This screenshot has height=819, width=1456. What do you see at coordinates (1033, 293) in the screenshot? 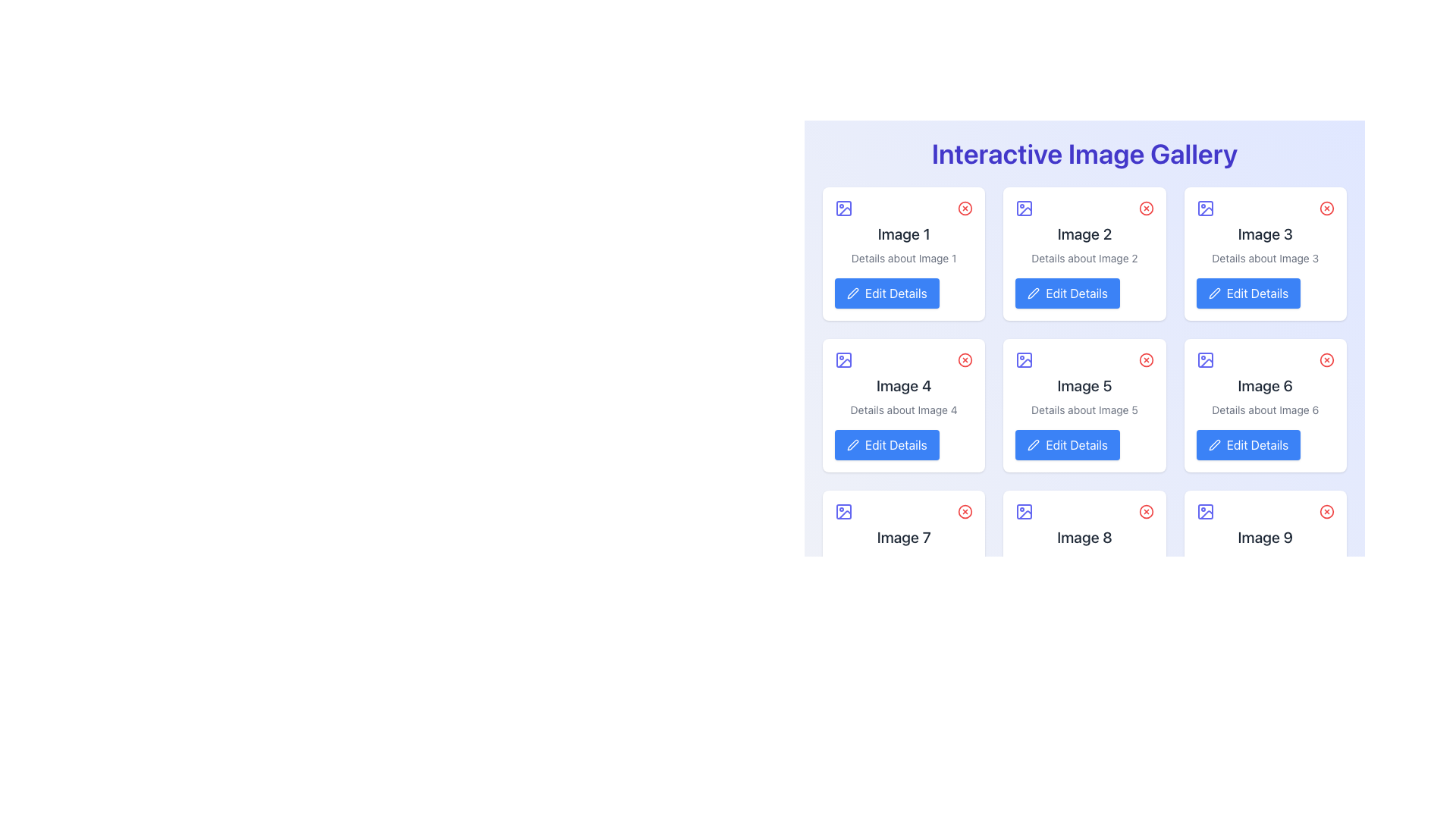
I see `the pen icon, which signifies the 'Edit Details' functionality, located within the 'Edit Details' button of the 'Image 2' card in the image gallery` at bounding box center [1033, 293].